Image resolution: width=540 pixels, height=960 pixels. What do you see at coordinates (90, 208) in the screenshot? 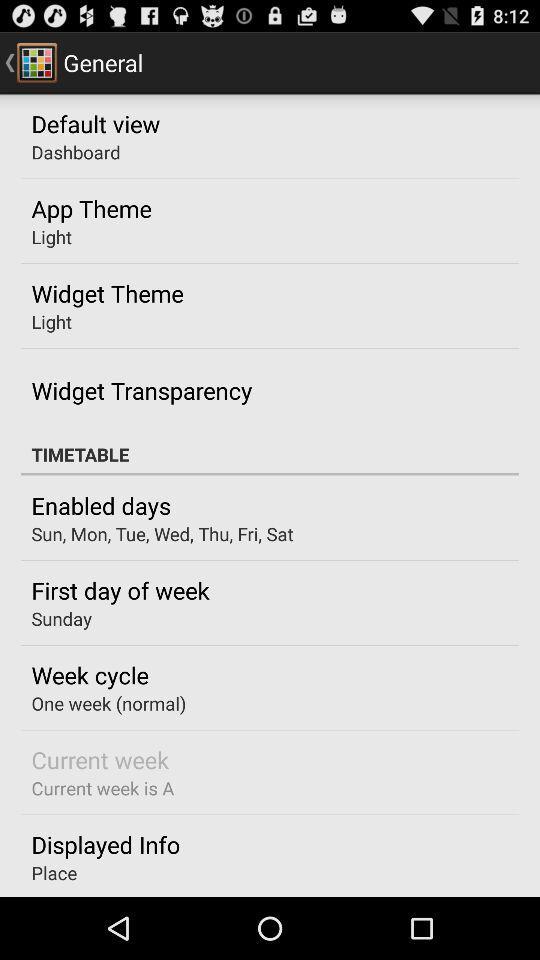
I see `the icon above light item` at bounding box center [90, 208].